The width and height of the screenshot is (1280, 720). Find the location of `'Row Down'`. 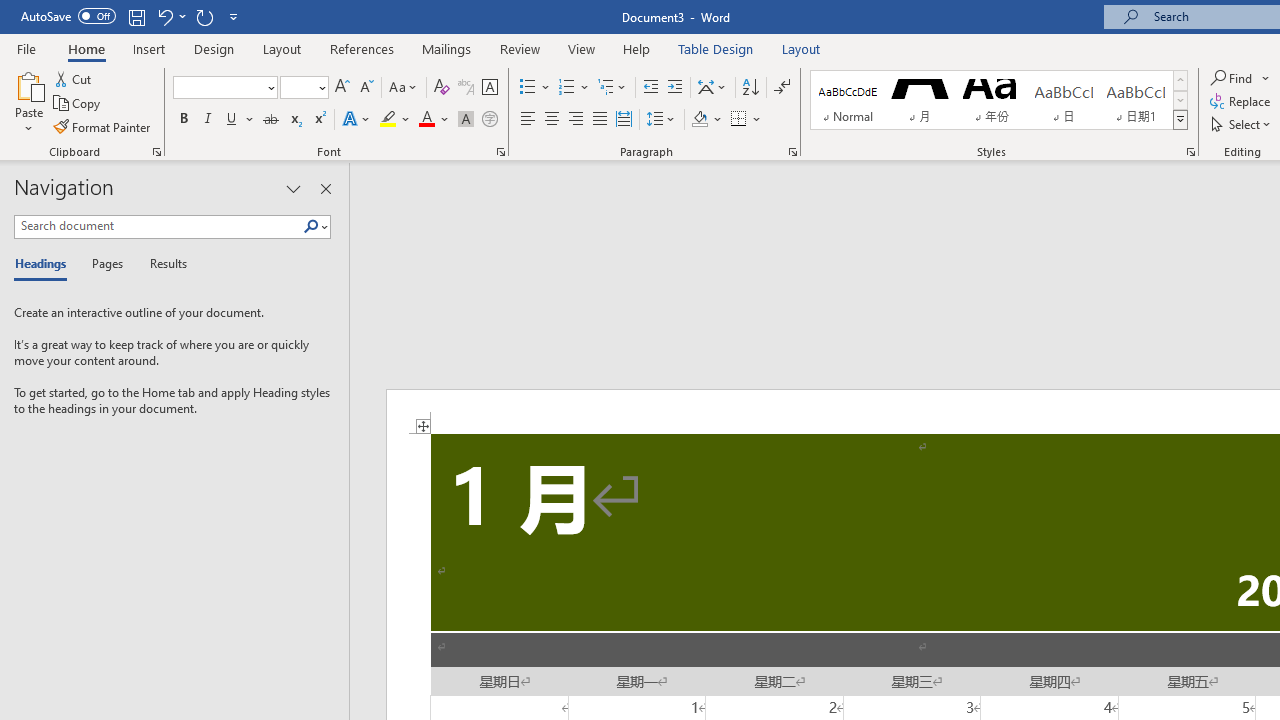

'Row Down' is located at coordinates (1180, 100).